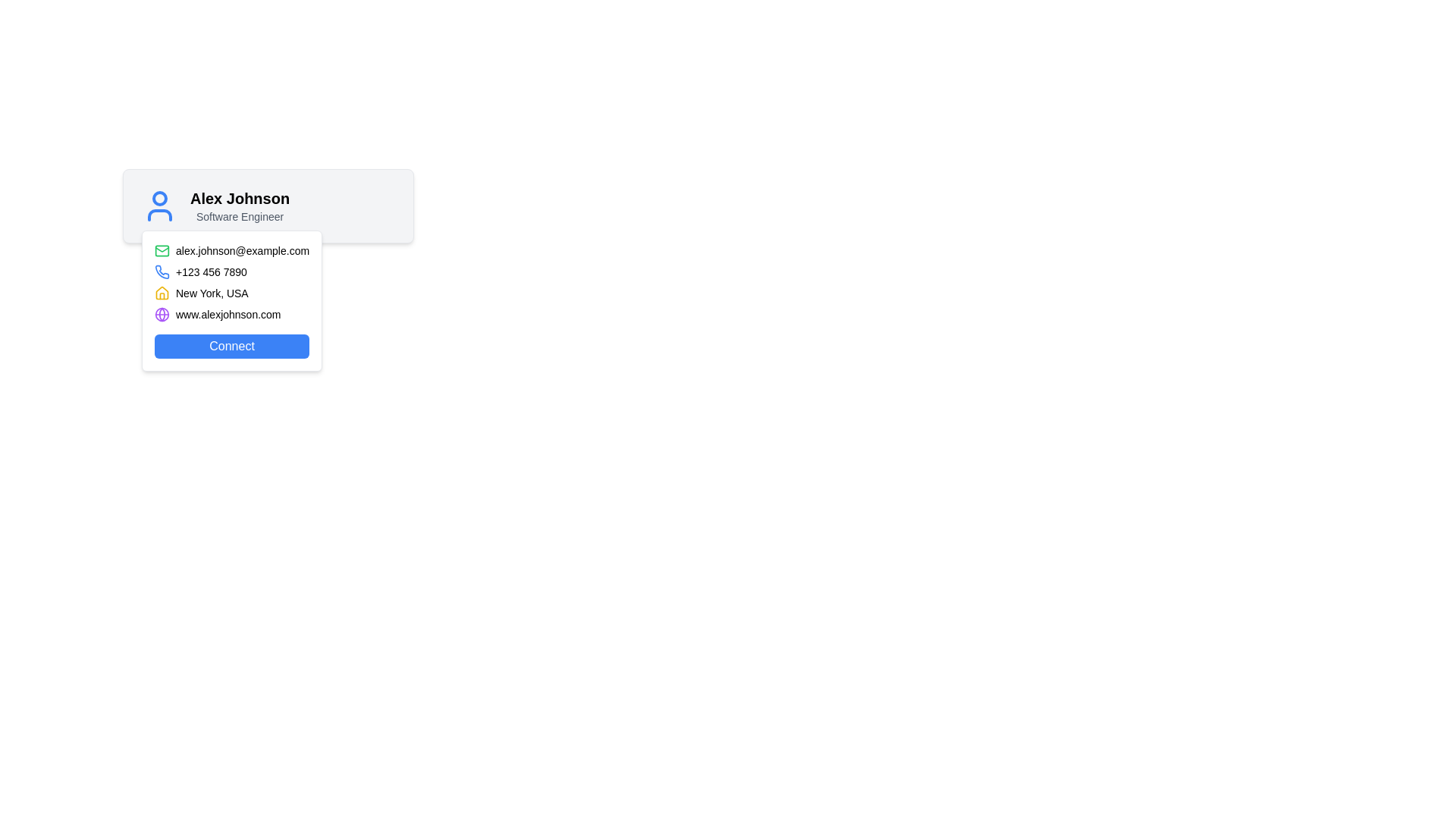 This screenshot has height=819, width=1456. Describe the element at coordinates (231, 346) in the screenshot. I see `the rectangular button with a blue background and white text that reads 'Connect'` at that location.